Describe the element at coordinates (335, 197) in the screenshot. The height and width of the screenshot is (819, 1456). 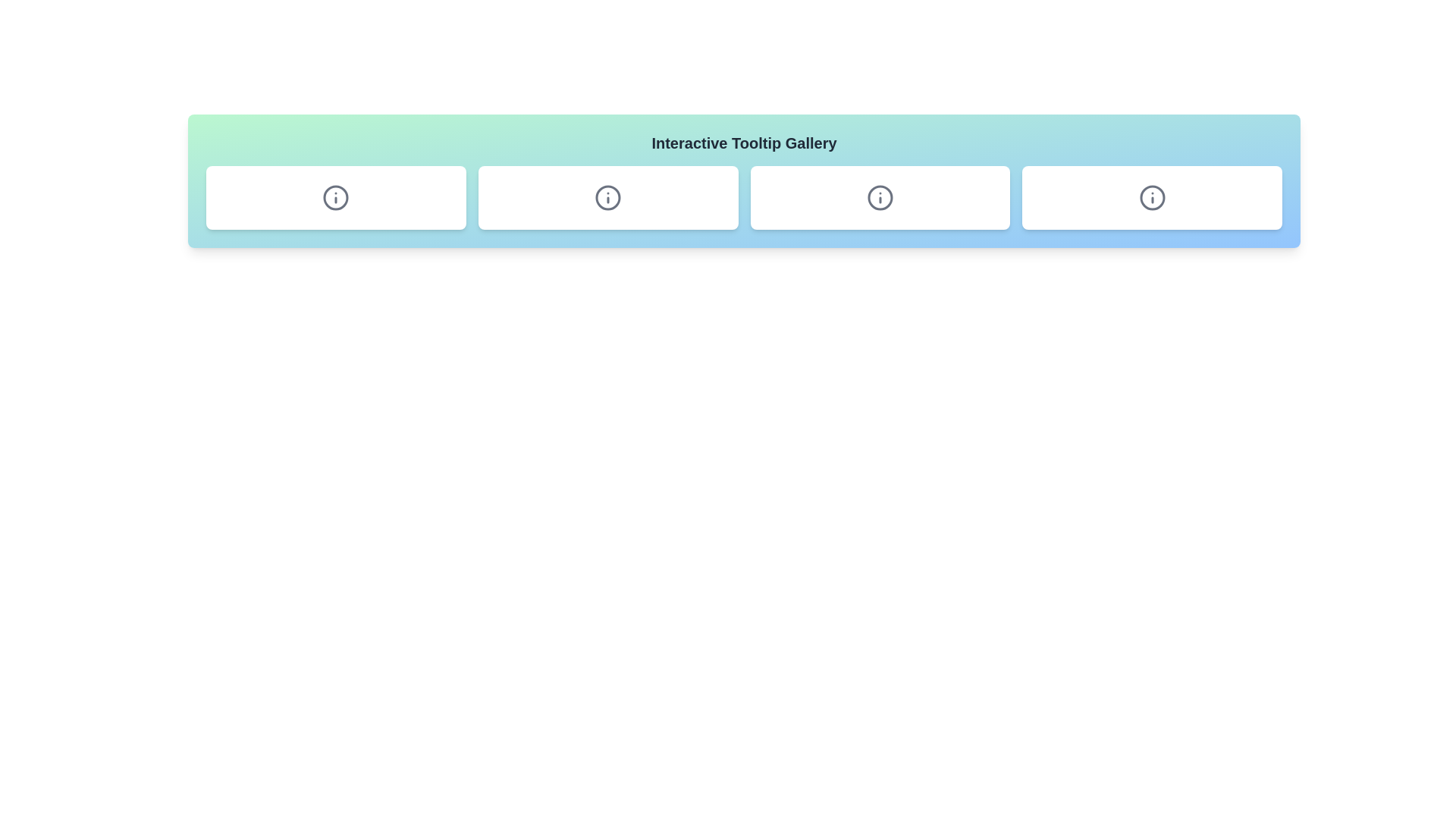
I see `the button that represents 'Gallery 1', located in the top-left corner of the grid layout` at that location.